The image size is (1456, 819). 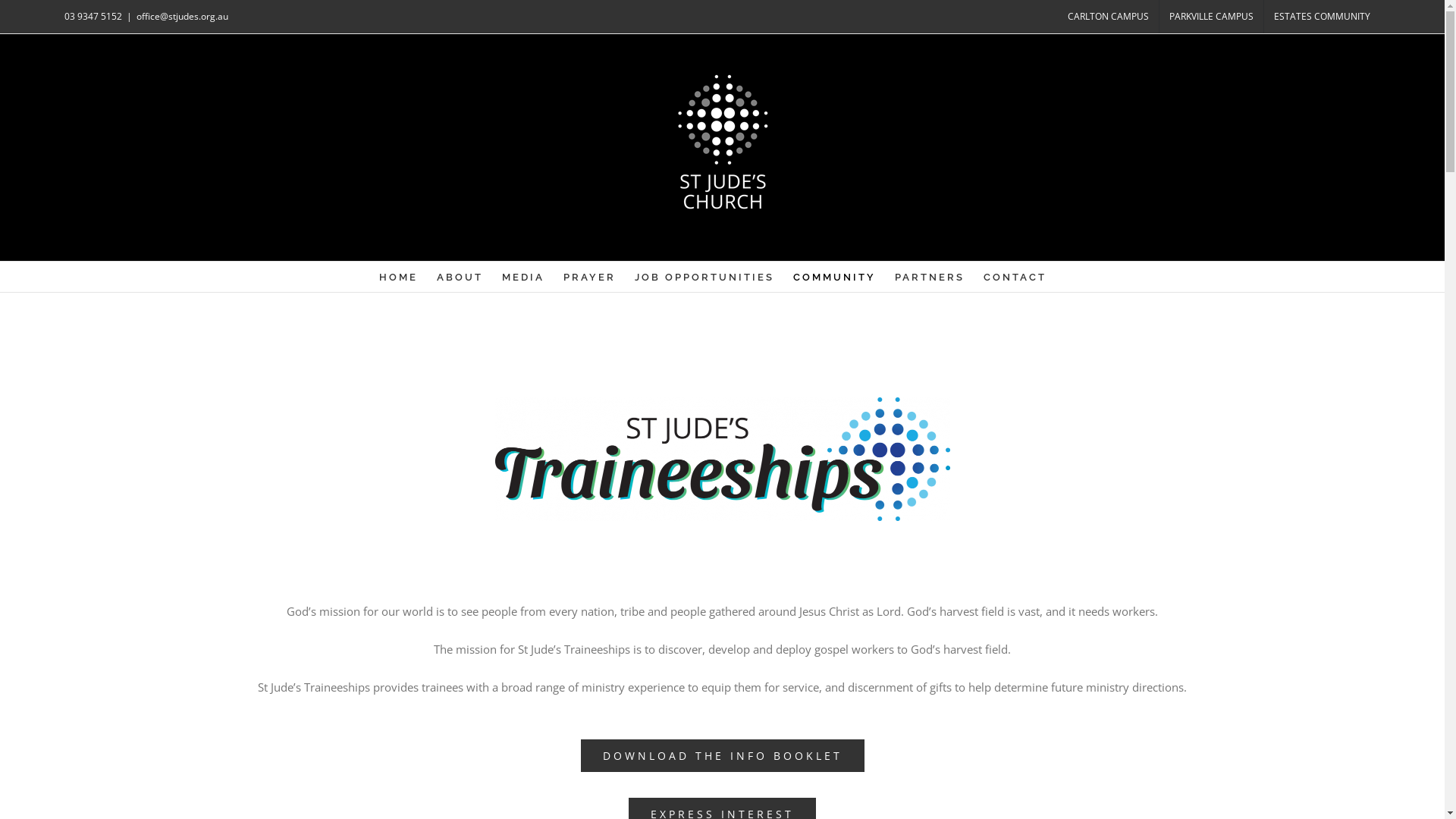 What do you see at coordinates (502, 277) in the screenshot?
I see `'MEDIA'` at bounding box center [502, 277].